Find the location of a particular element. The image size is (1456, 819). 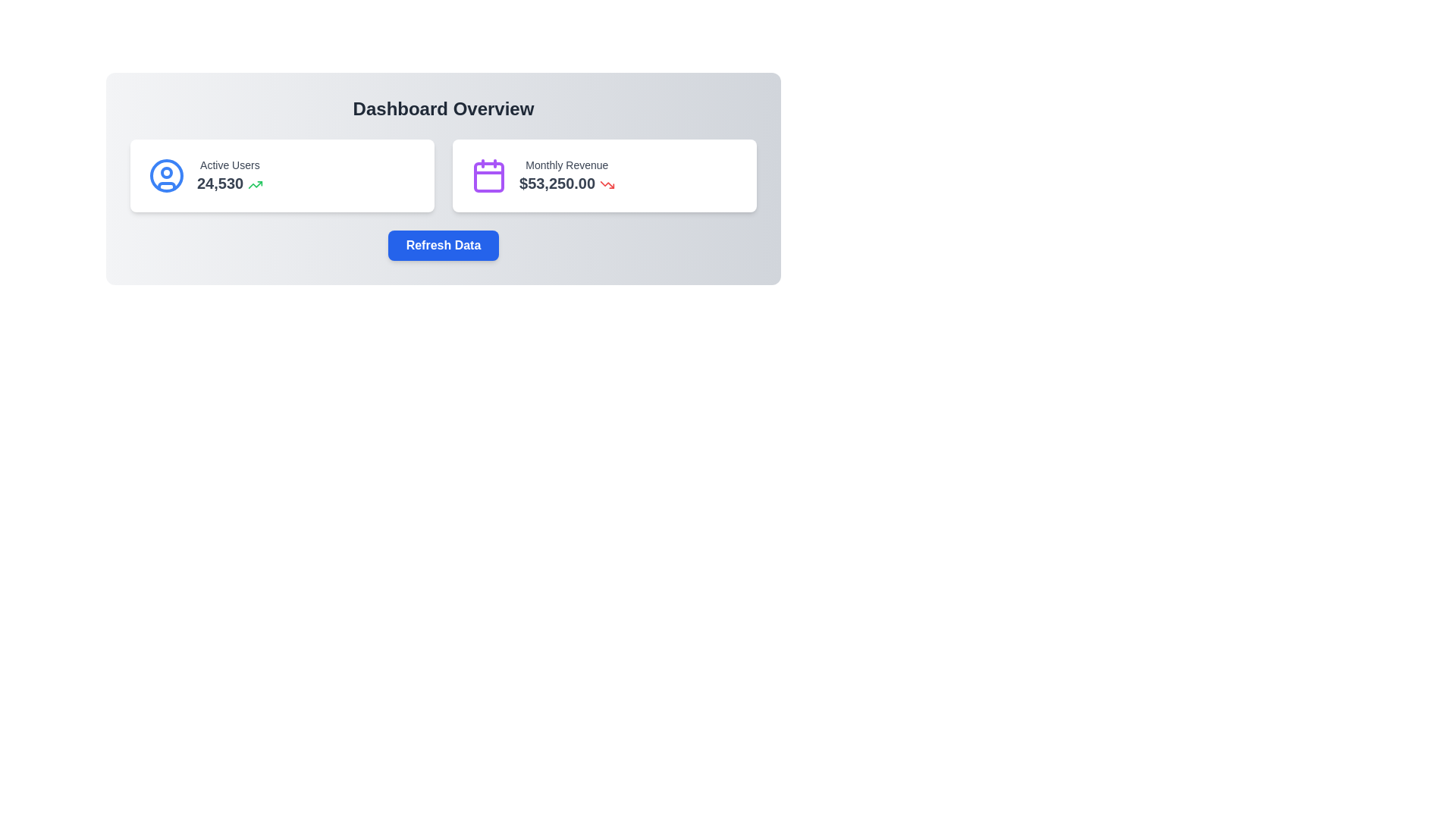

the refresh button located at the bottom of the card-like panel under 'Dashboard Overview' to refresh the data displayed in the dashboard is located at coordinates (443, 245).